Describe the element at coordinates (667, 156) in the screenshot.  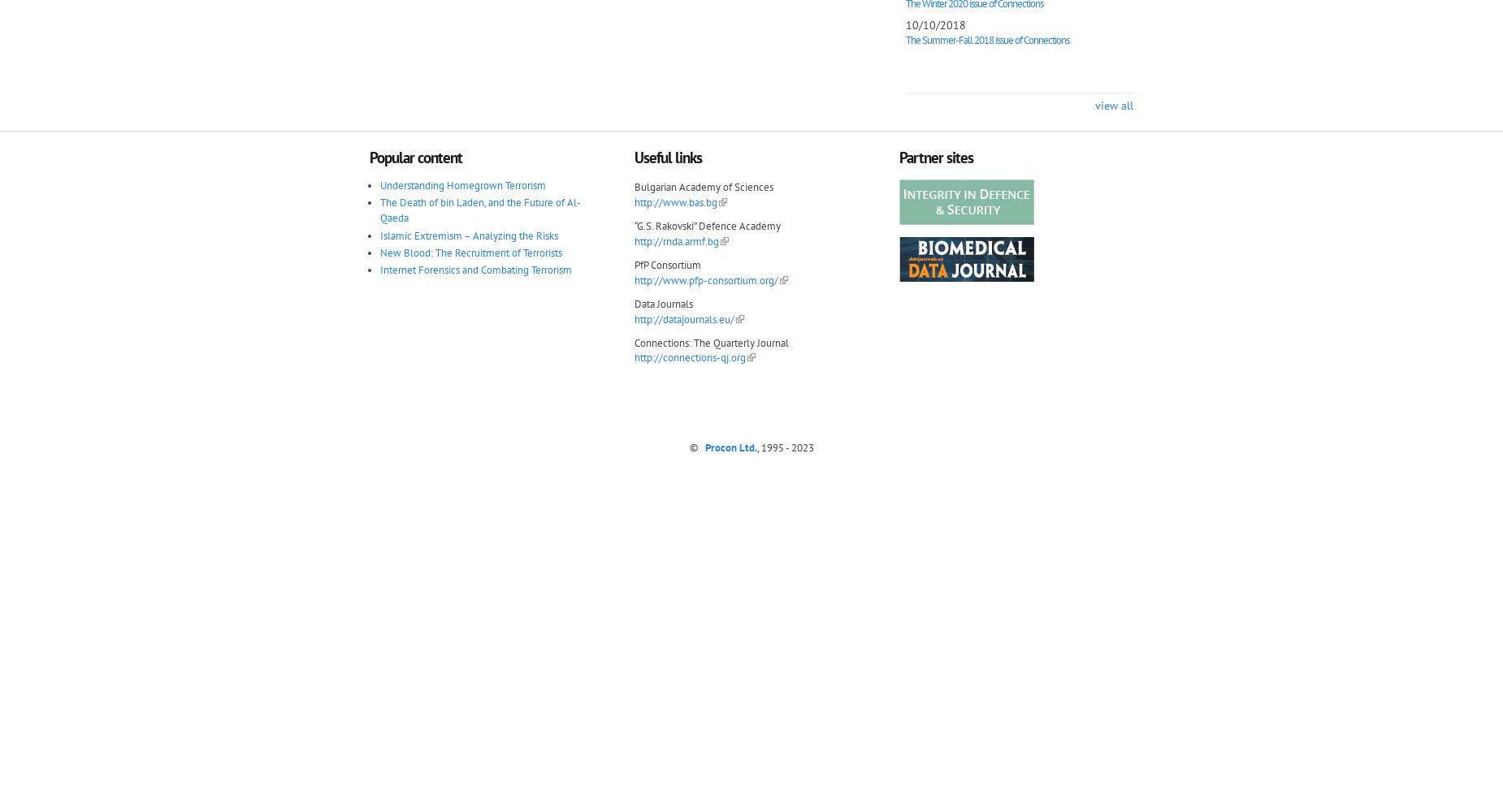
I see `'Useful links'` at that location.